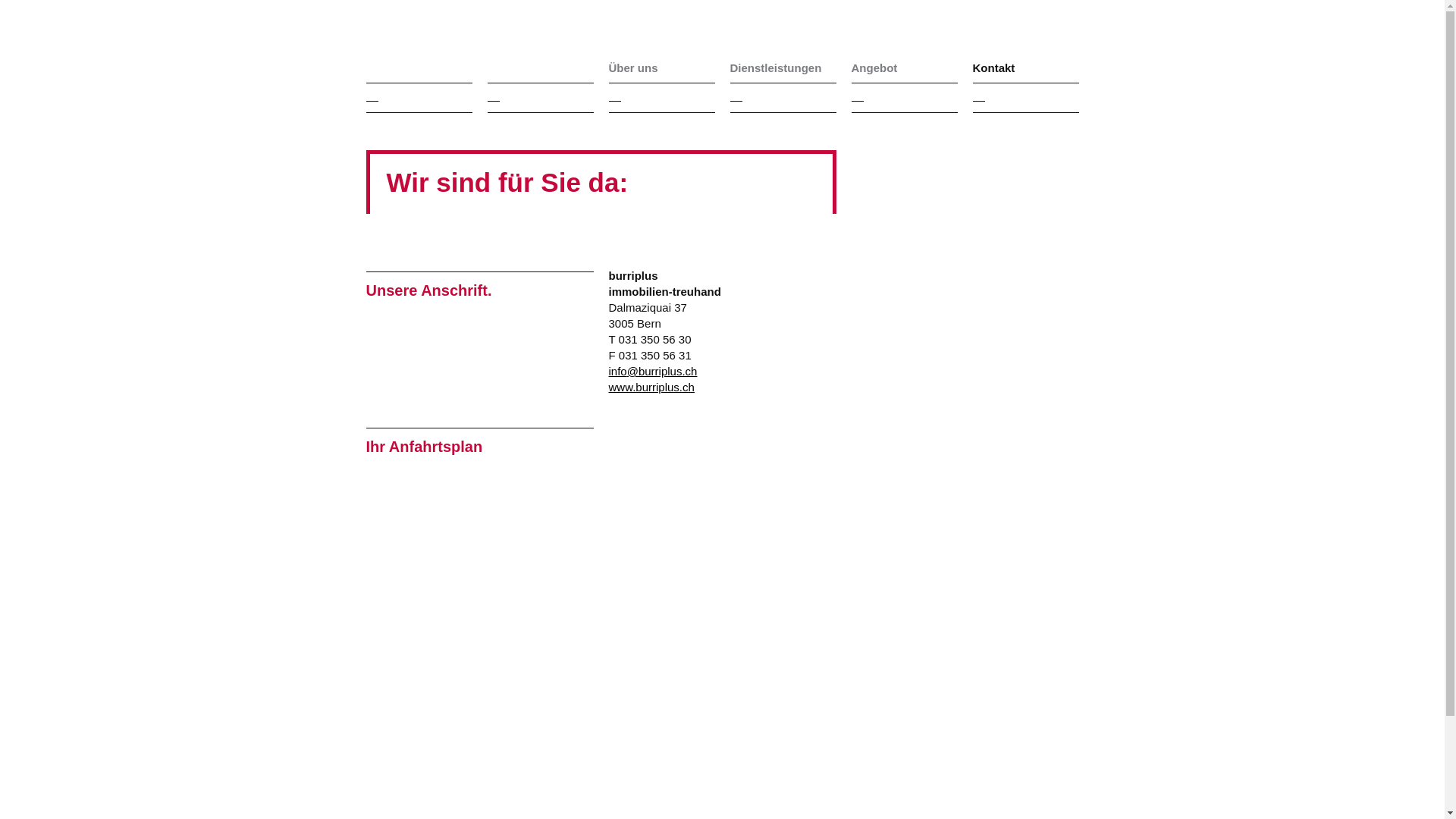  I want to click on 'Kontakt', so click(1025, 67).